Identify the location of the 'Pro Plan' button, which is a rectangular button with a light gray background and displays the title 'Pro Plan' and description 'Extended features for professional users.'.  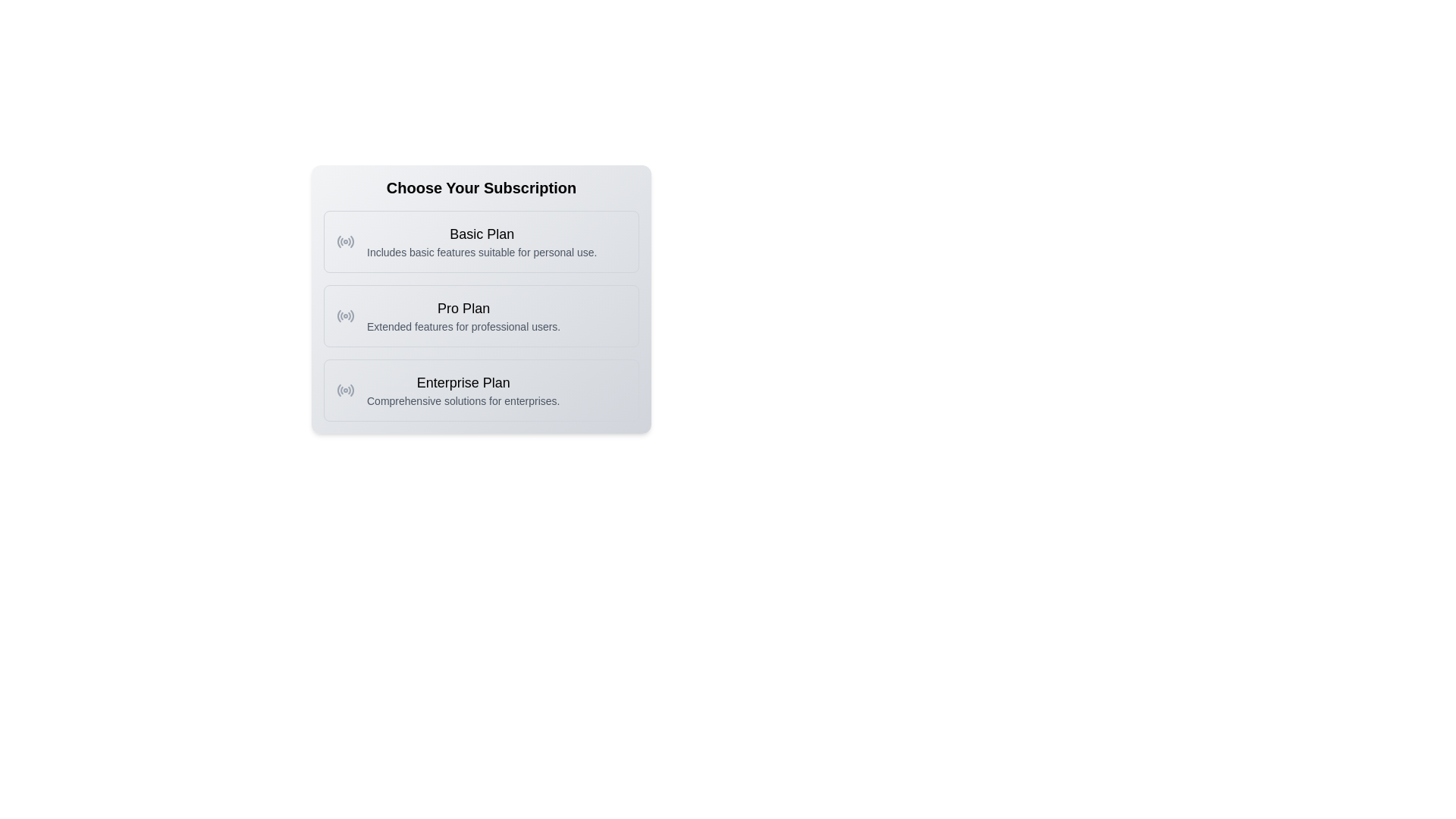
(480, 315).